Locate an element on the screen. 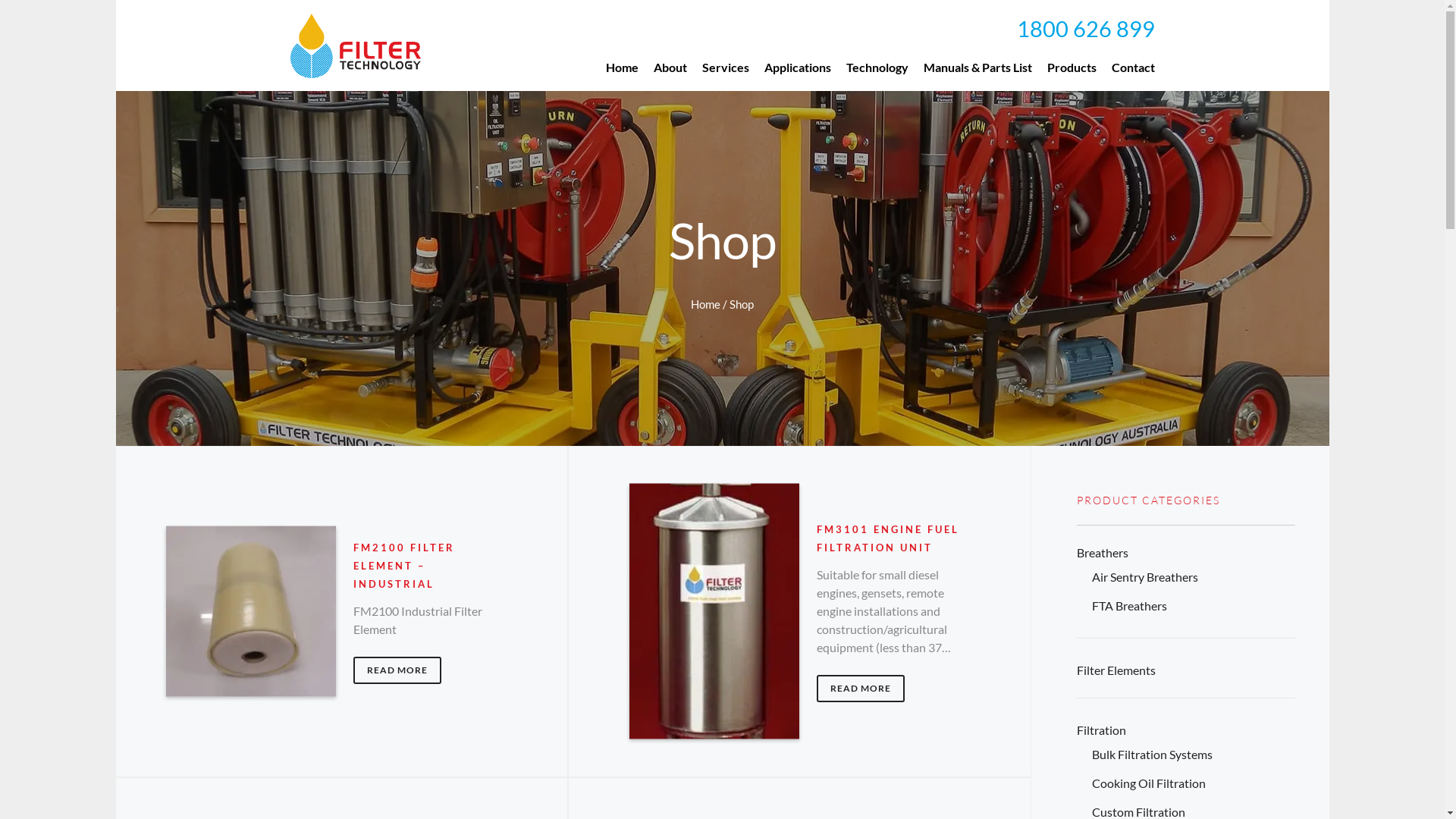 The height and width of the screenshot is (819, 1456). 'Home' is located at coordinates (596, 66).